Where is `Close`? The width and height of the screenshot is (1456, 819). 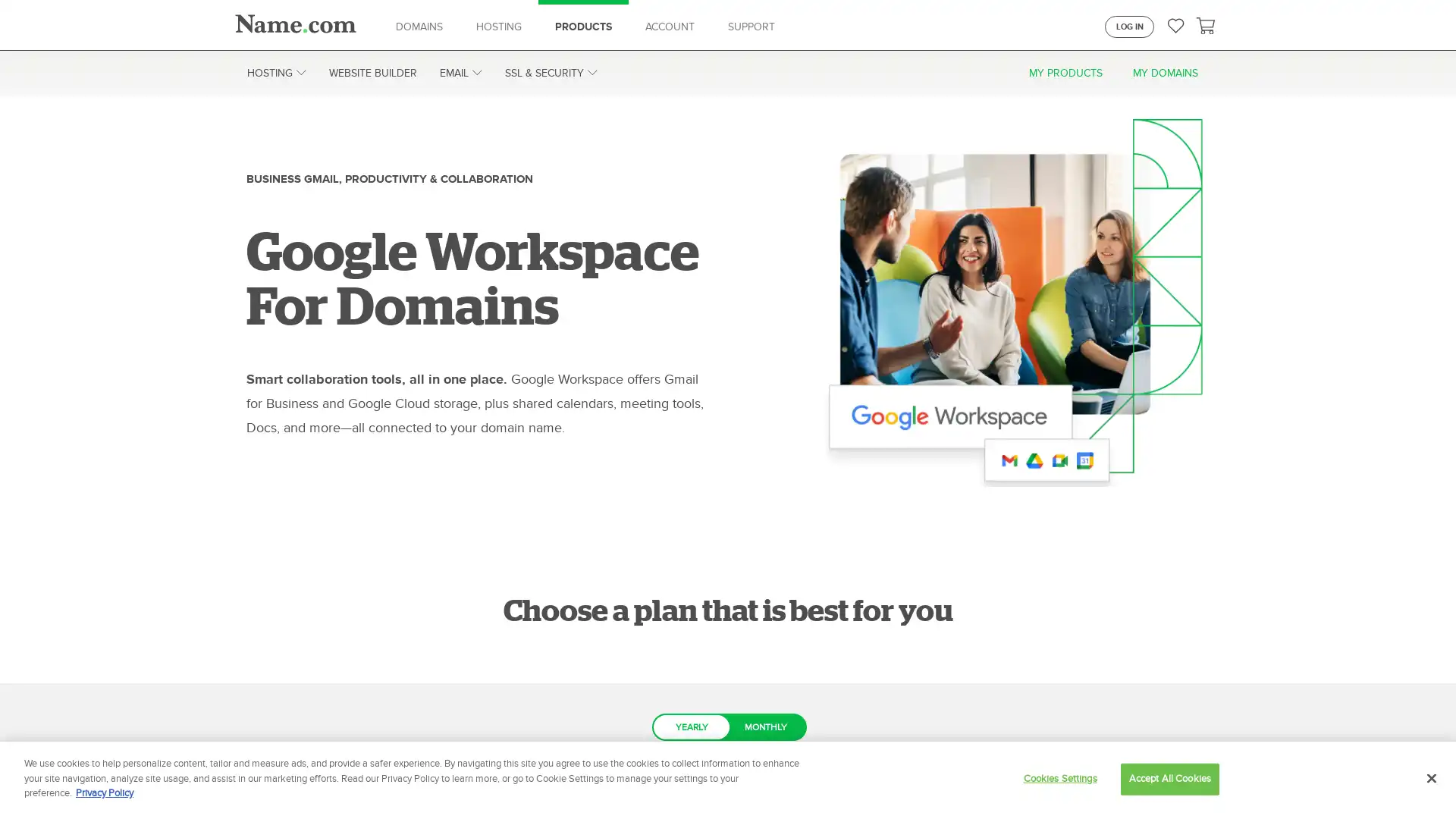
Close is located at coordinates (1430, 778).